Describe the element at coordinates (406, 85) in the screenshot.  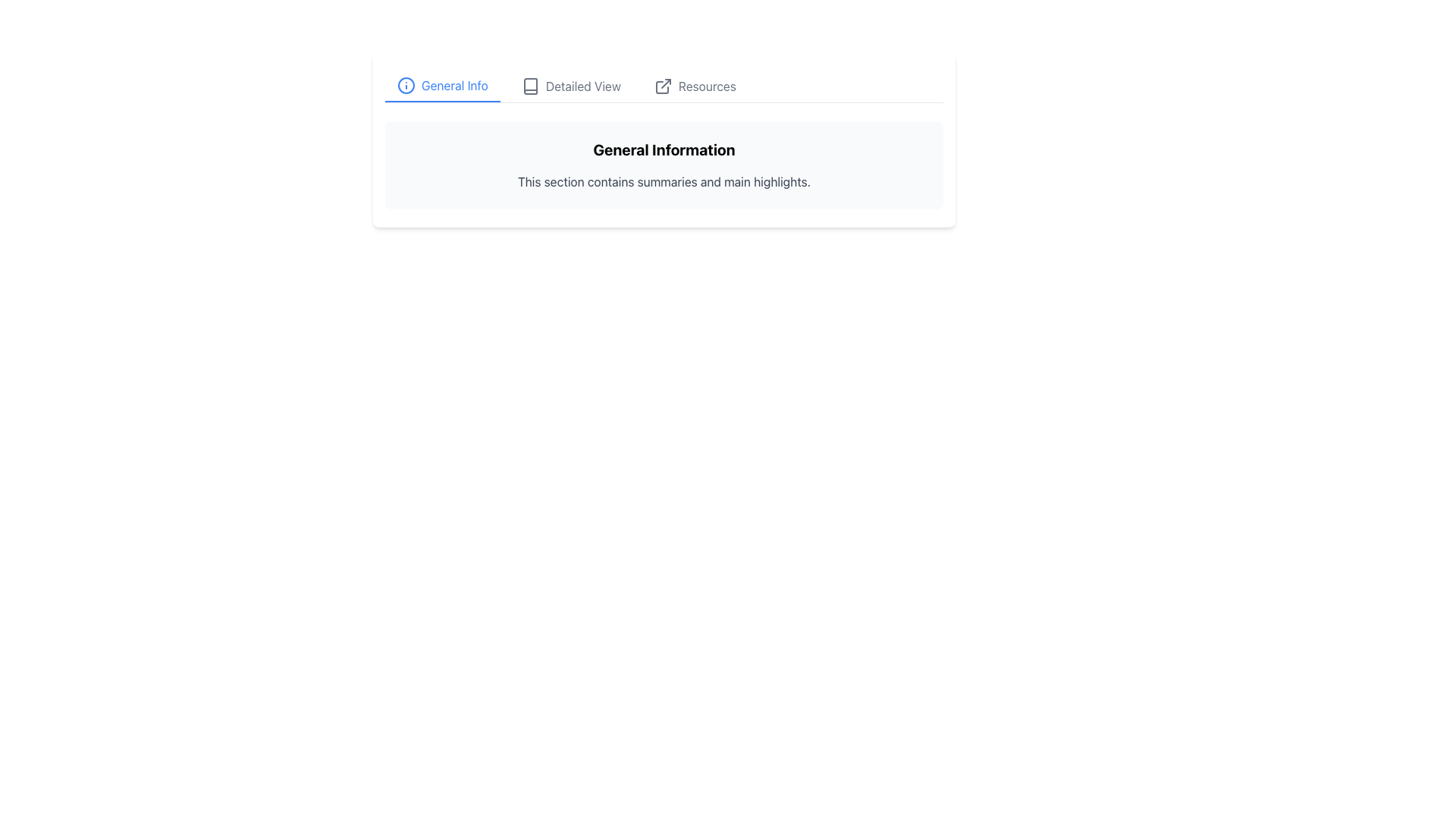
I see `the 'General Info' icon located directly to the left of the text 'General Info'` at that location.